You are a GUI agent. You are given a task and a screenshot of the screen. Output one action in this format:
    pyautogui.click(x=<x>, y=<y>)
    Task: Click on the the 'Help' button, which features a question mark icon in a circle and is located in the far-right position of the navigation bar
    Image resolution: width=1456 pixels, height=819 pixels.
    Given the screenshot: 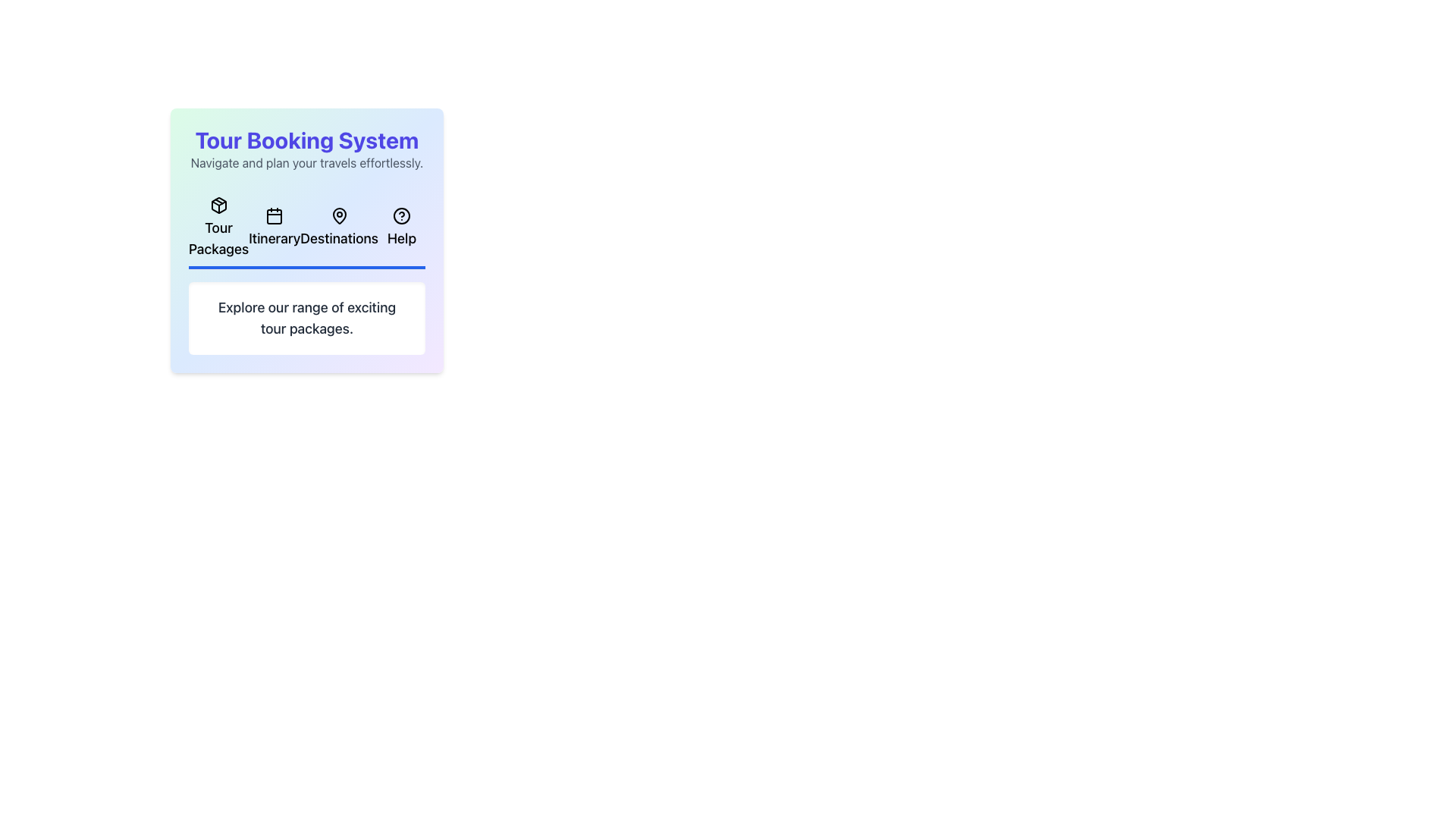 What is the action you would take?
    pyautogui.click(x=401, y=230)
    